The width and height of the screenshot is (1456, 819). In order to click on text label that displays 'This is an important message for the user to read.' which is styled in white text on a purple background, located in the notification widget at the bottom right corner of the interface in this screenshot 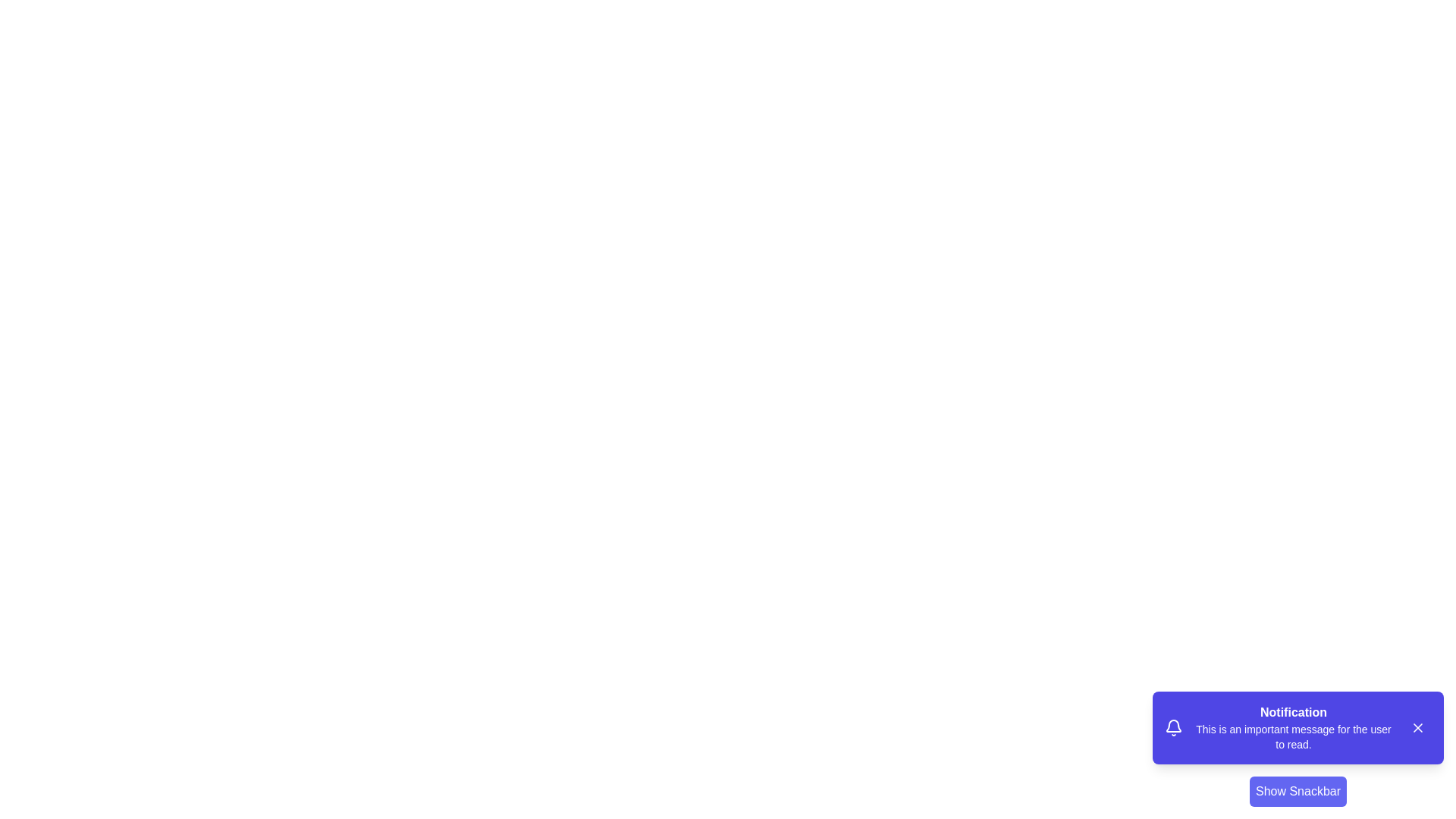, I will do `click(1292, 736)`.